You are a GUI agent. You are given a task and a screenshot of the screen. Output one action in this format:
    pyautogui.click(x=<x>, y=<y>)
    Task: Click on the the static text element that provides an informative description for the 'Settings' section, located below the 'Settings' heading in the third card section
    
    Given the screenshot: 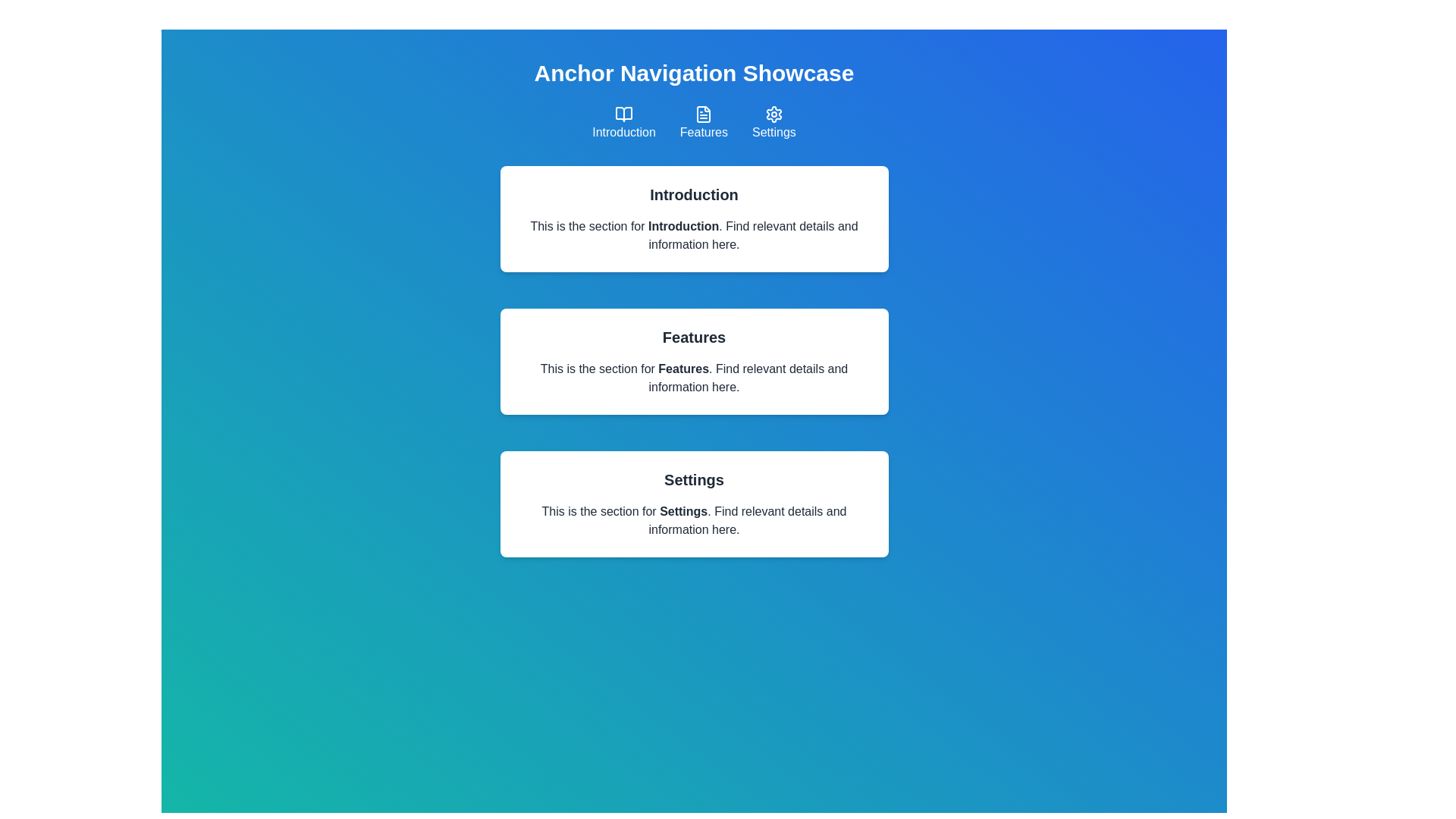 What is the action you would take?
    pyautogui.click(x=693, y=519)
    